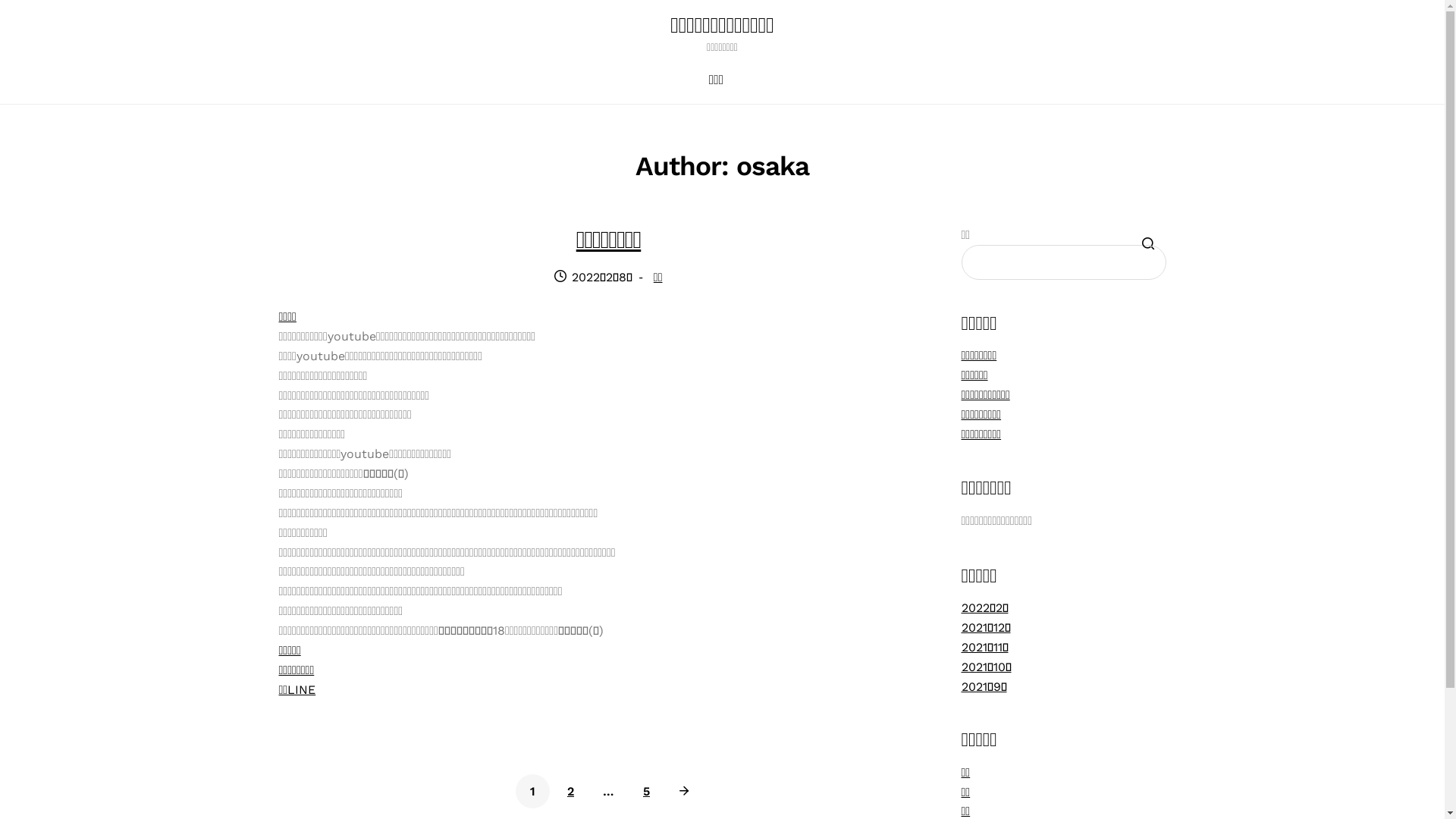 The width and height of the screenshot is (1456, 819). What do you see at coordinates (278, 33) in the screenshot?
I see `'Skip to navigation'` at bounding box center [278, 33].